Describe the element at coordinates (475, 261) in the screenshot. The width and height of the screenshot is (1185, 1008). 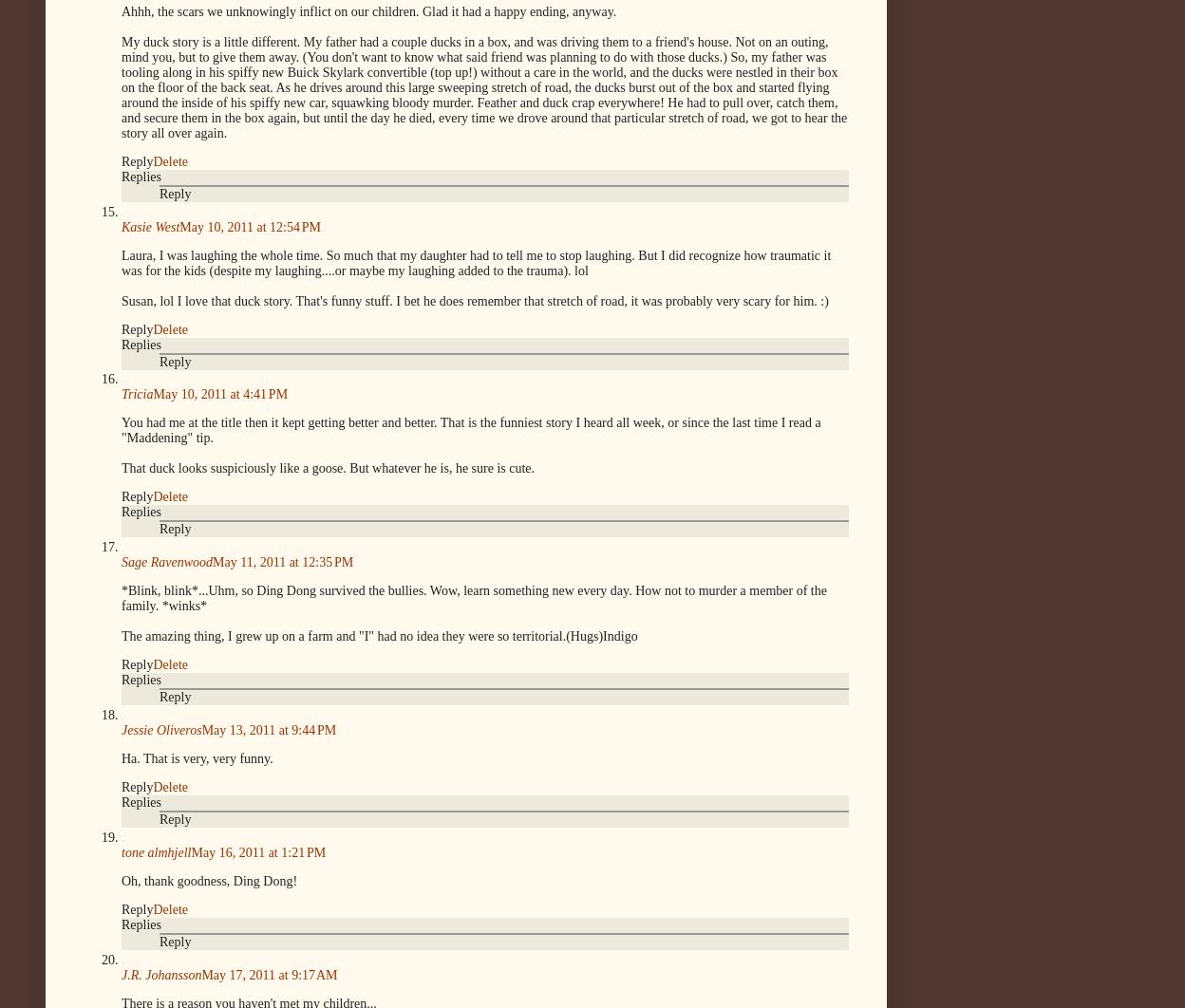
I see `'Laura, I was laughing the whole time. So much that my daughter had to tell me to stop laughing. But I did recognize how traumatic it was for the kids (despite my laughing....or maybe my laughing added to the trauma). lol'` at that location.